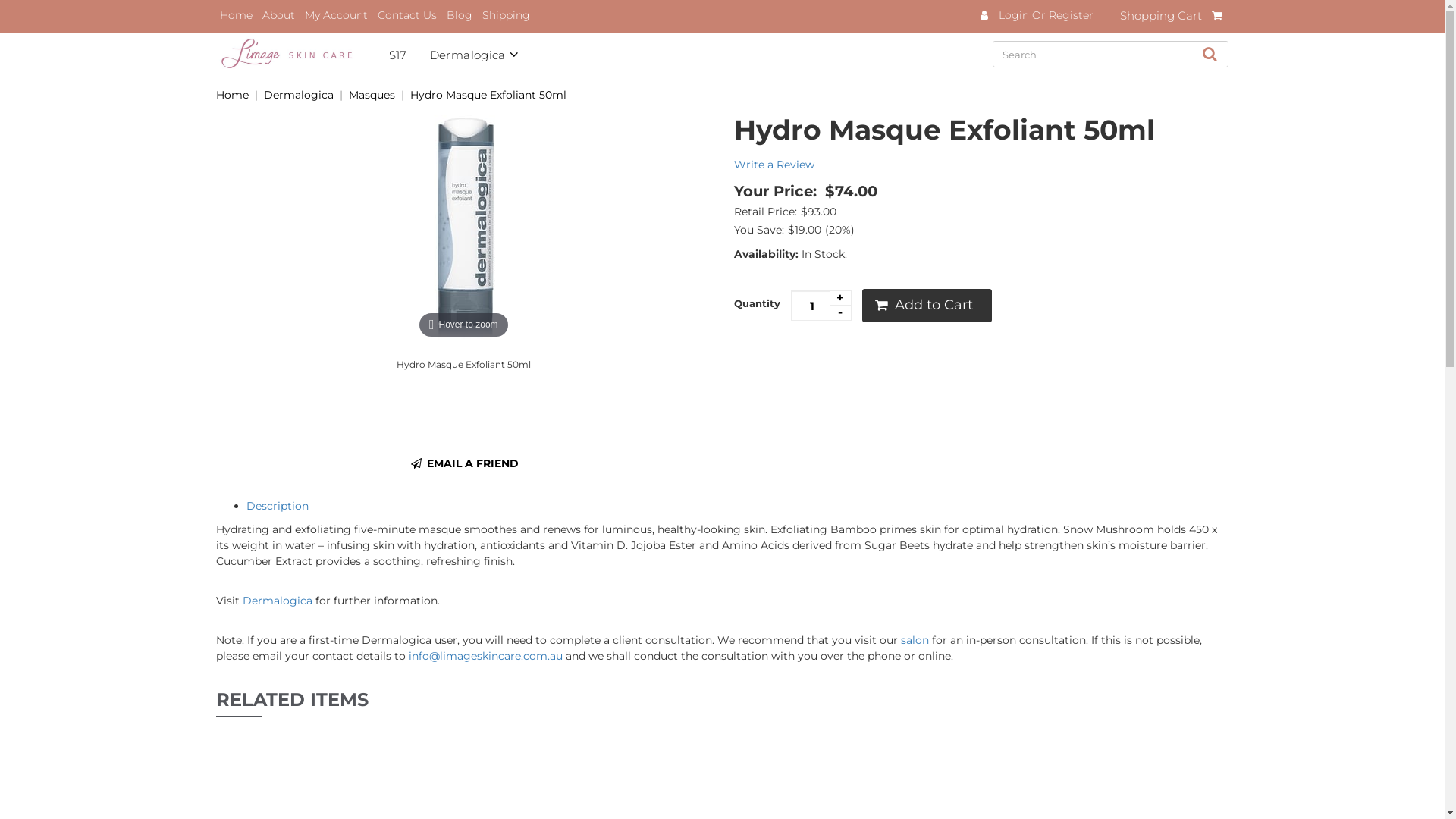 This screenshot has width=1456, height=819. Describe the element at coordinates (839, 298) in the screenshot. I see `'+'` at that location.